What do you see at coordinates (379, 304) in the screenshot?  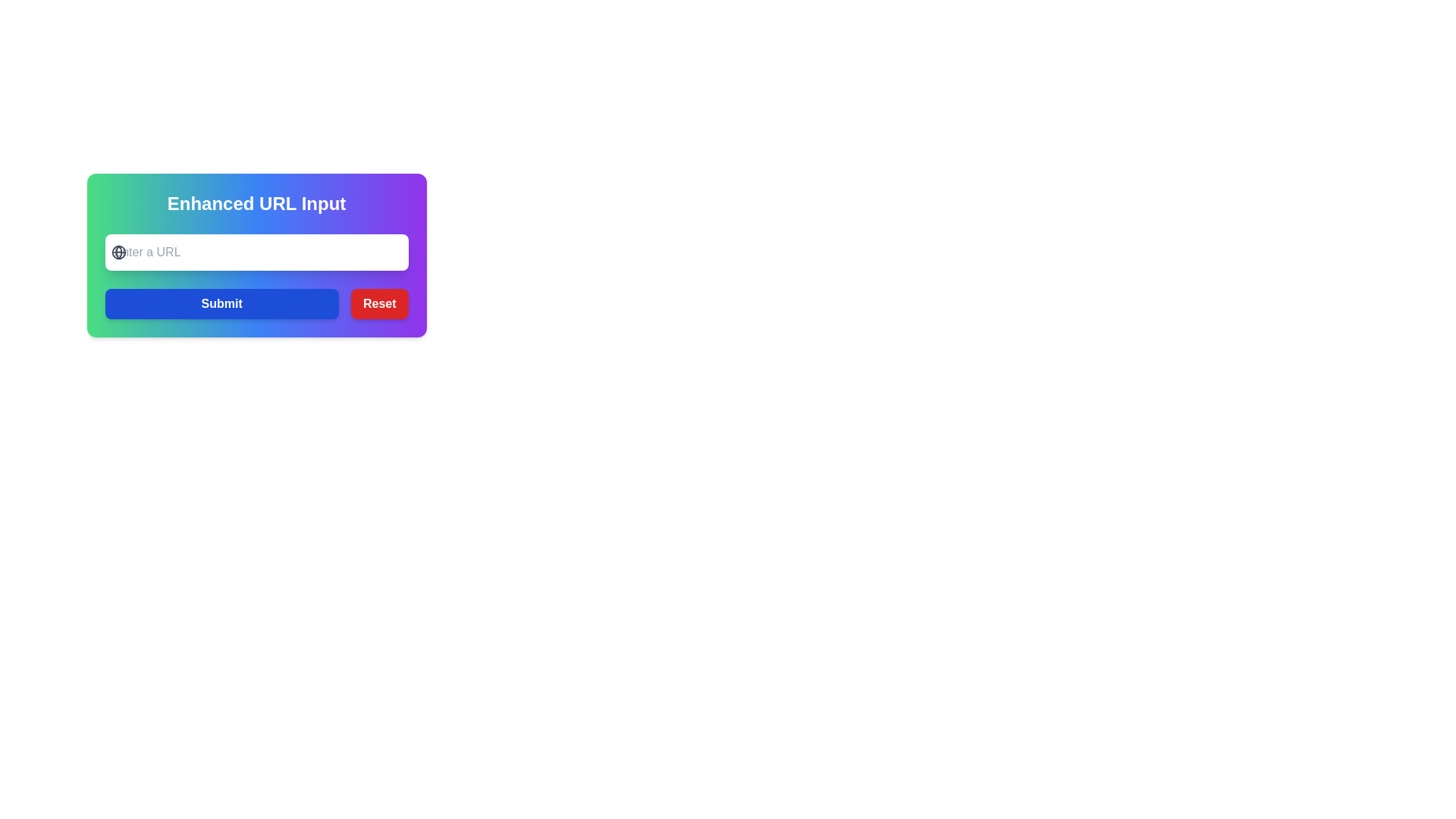 I see `the 'Reset' button with rounded corners and a red background, featuring bold white text, to reset settings` at bounding box center [379, 304].